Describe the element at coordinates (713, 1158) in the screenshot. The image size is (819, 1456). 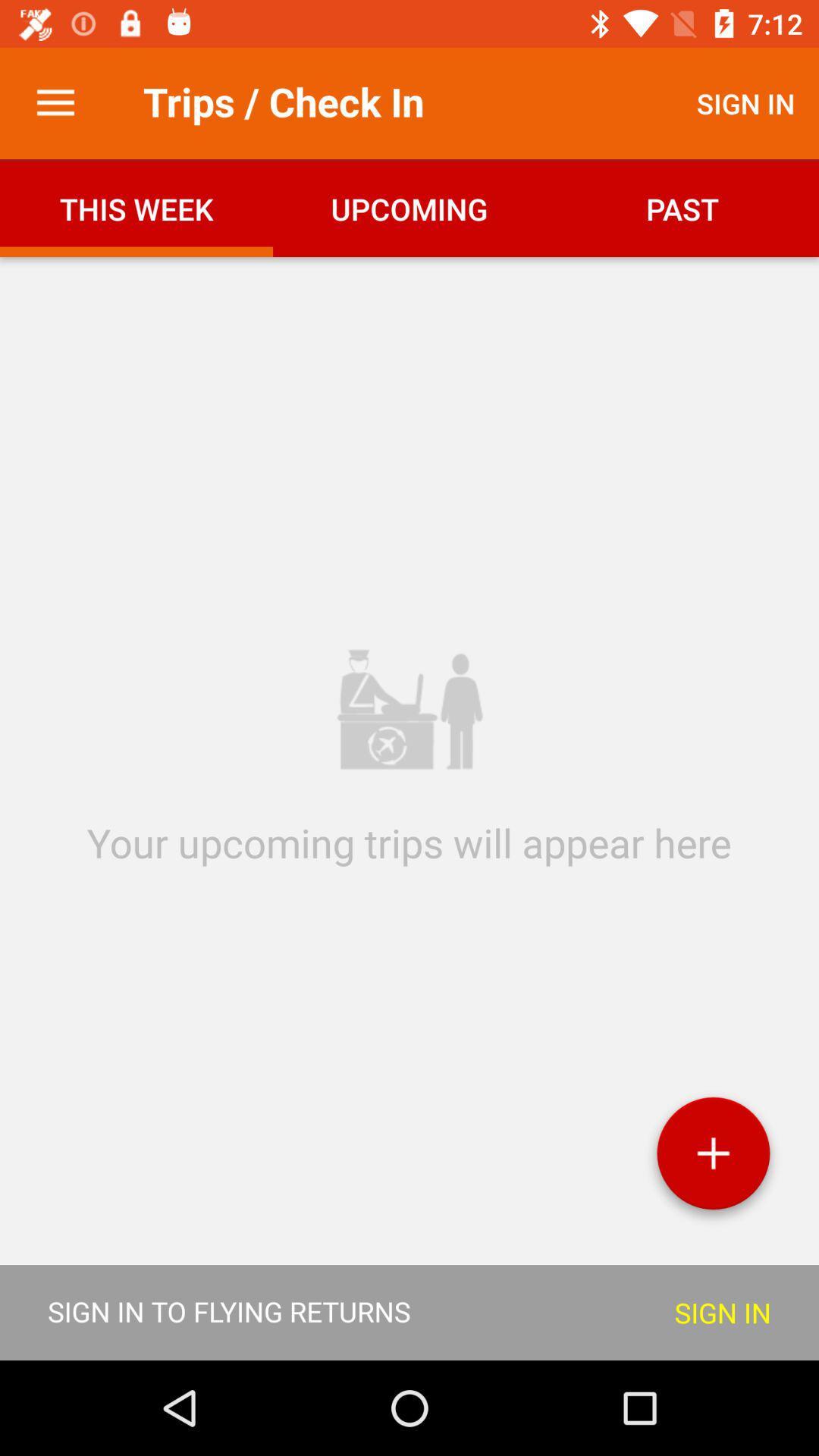
I see `a trip` at that location.